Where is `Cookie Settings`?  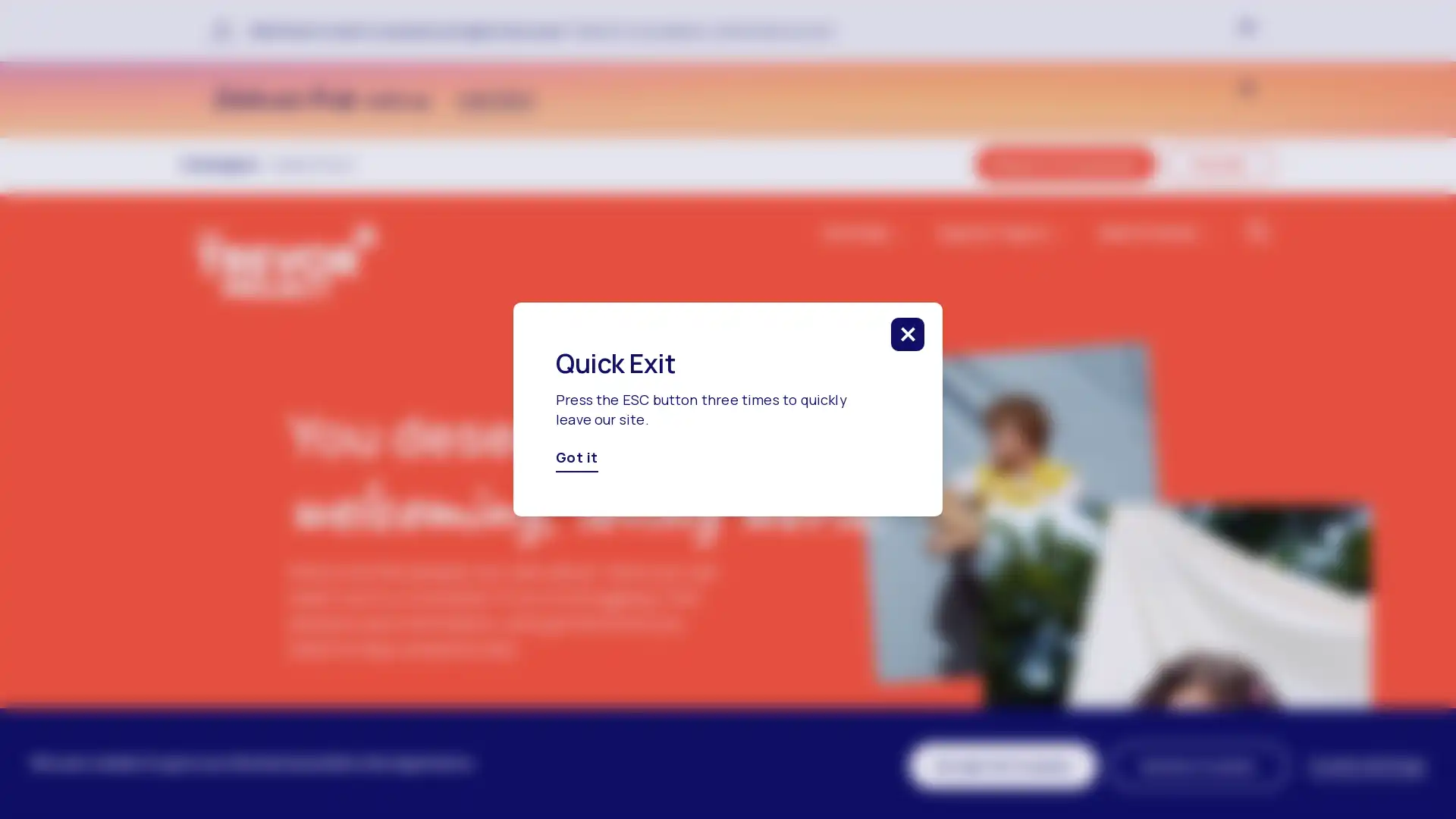
Cookie Settings is located at coordinates (1367, 766).